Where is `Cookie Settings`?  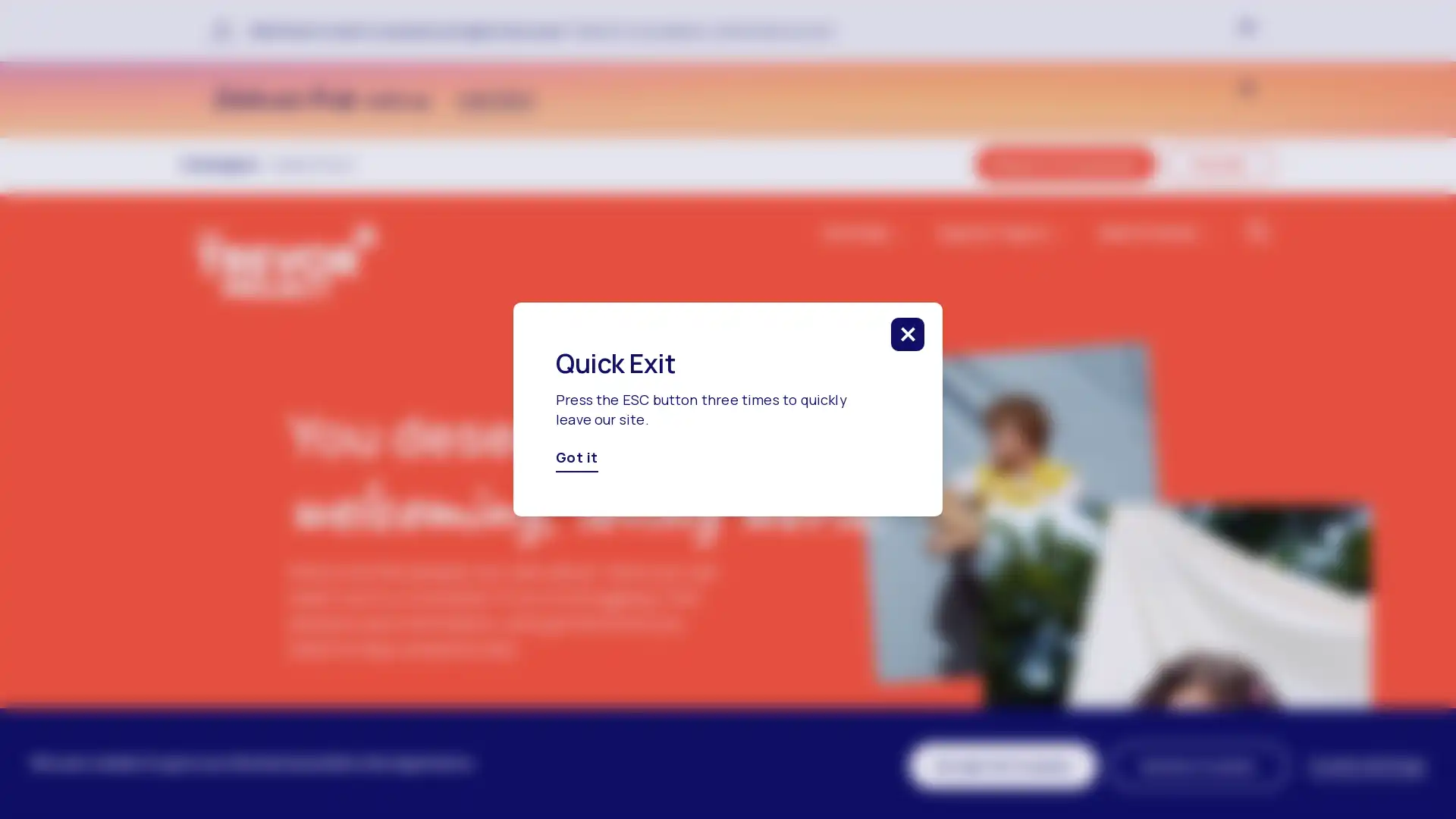
Cookie Settings is located at coordinates (1367, 766).